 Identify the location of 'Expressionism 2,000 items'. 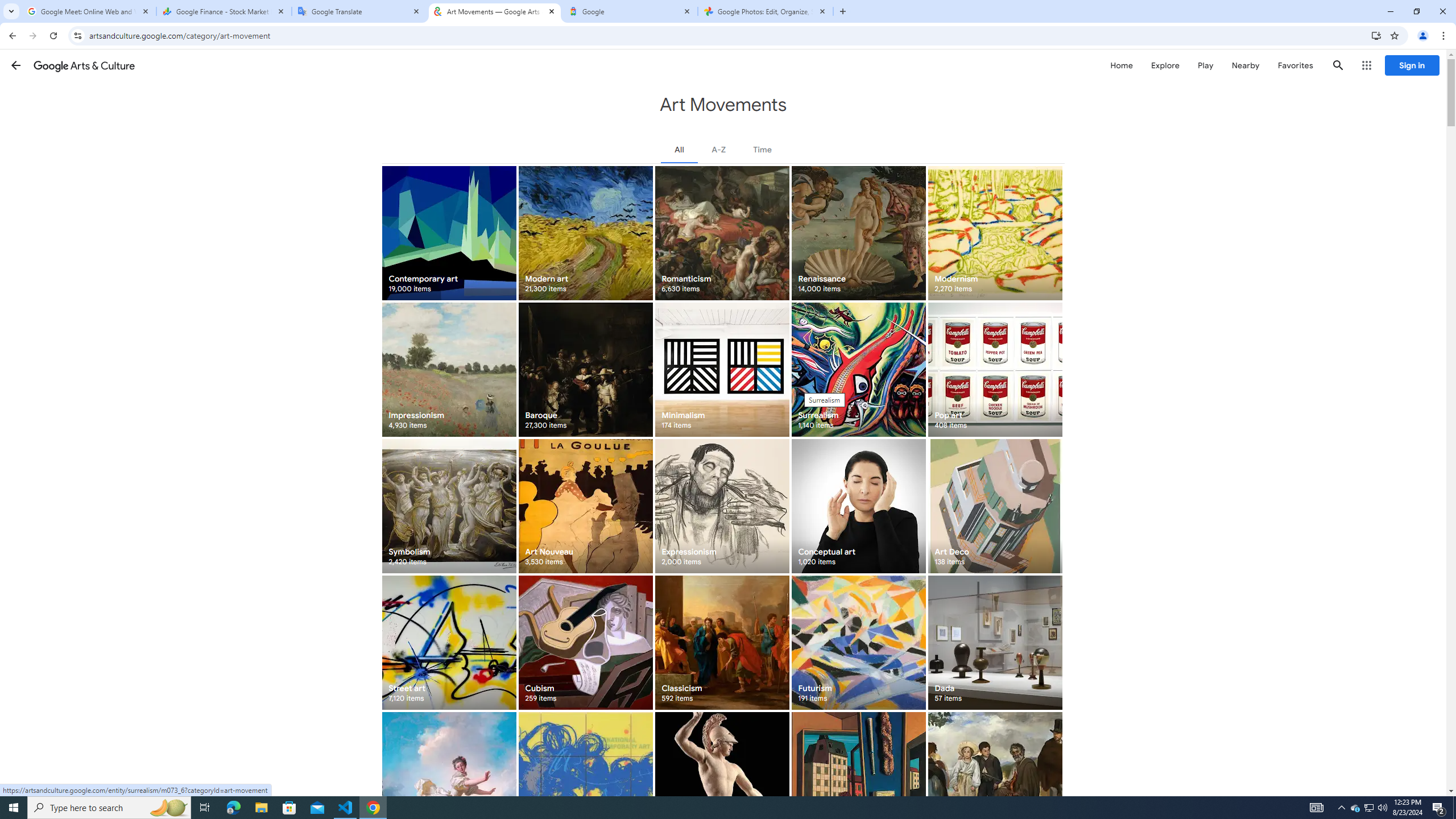
(721, 505).